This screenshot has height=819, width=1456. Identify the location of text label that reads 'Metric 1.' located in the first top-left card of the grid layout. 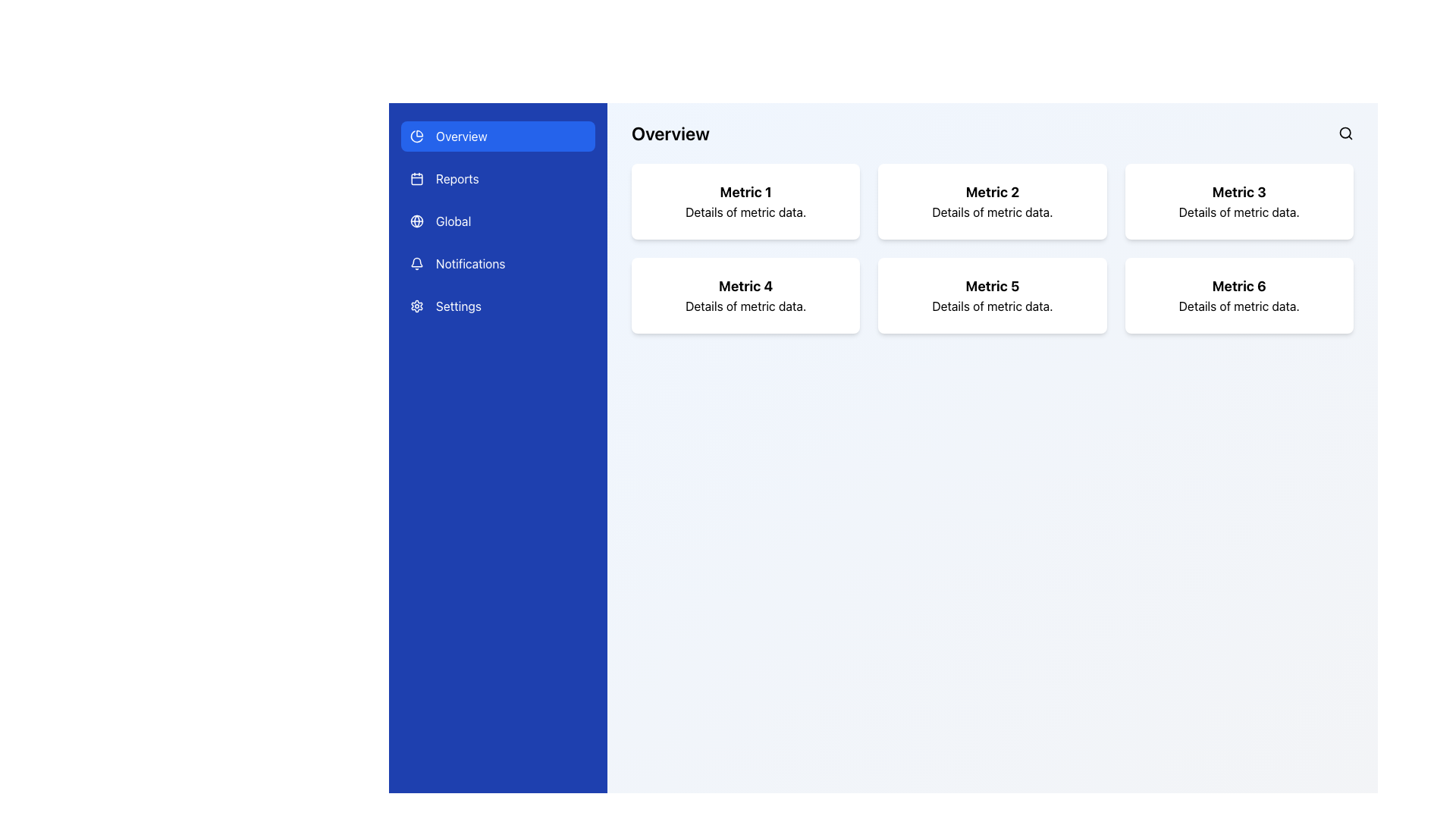
(745, 192).